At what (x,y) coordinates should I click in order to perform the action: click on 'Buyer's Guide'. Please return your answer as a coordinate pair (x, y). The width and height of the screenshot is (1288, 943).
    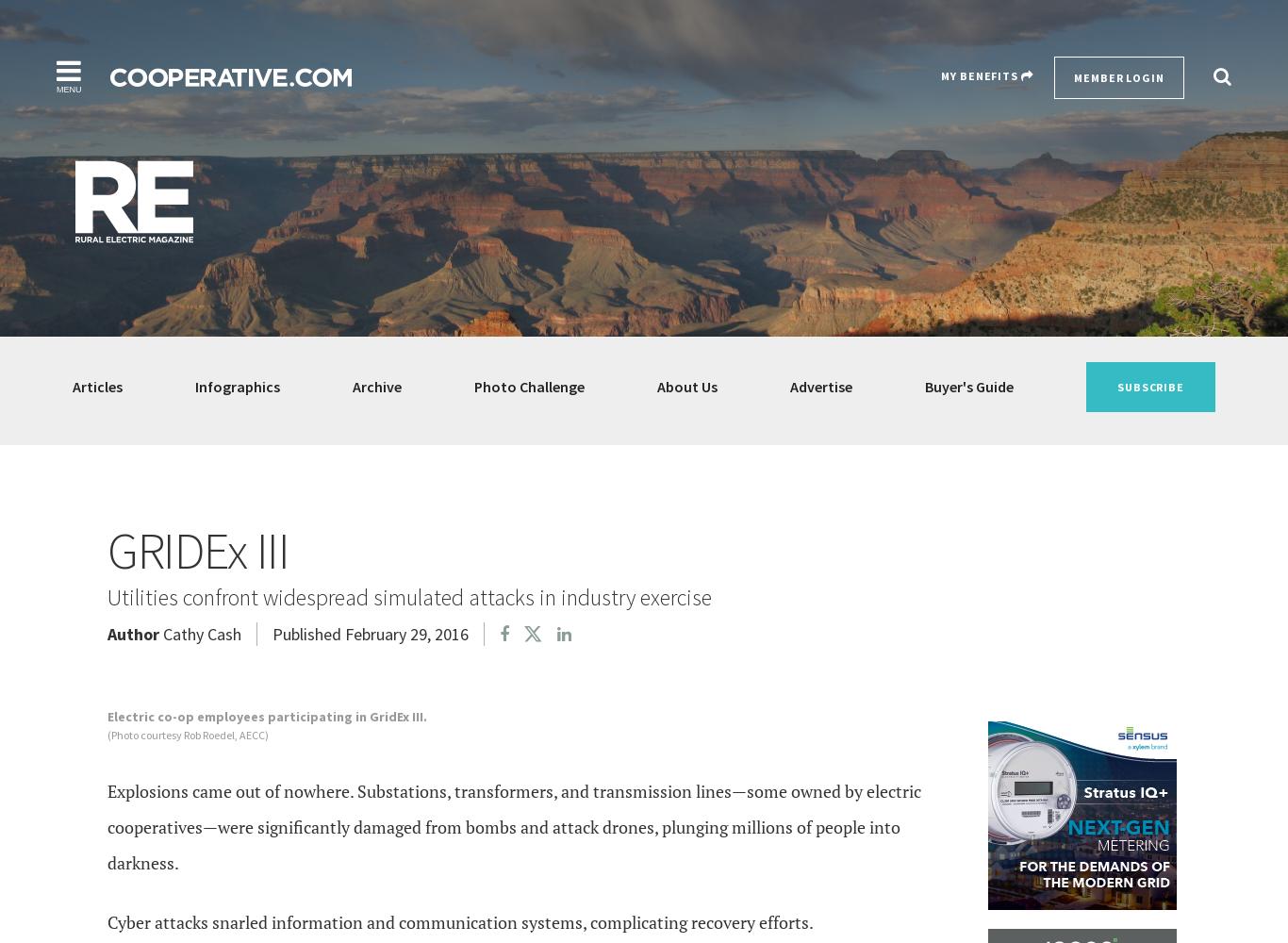
    Looking at the image, I should click on (968, 387).